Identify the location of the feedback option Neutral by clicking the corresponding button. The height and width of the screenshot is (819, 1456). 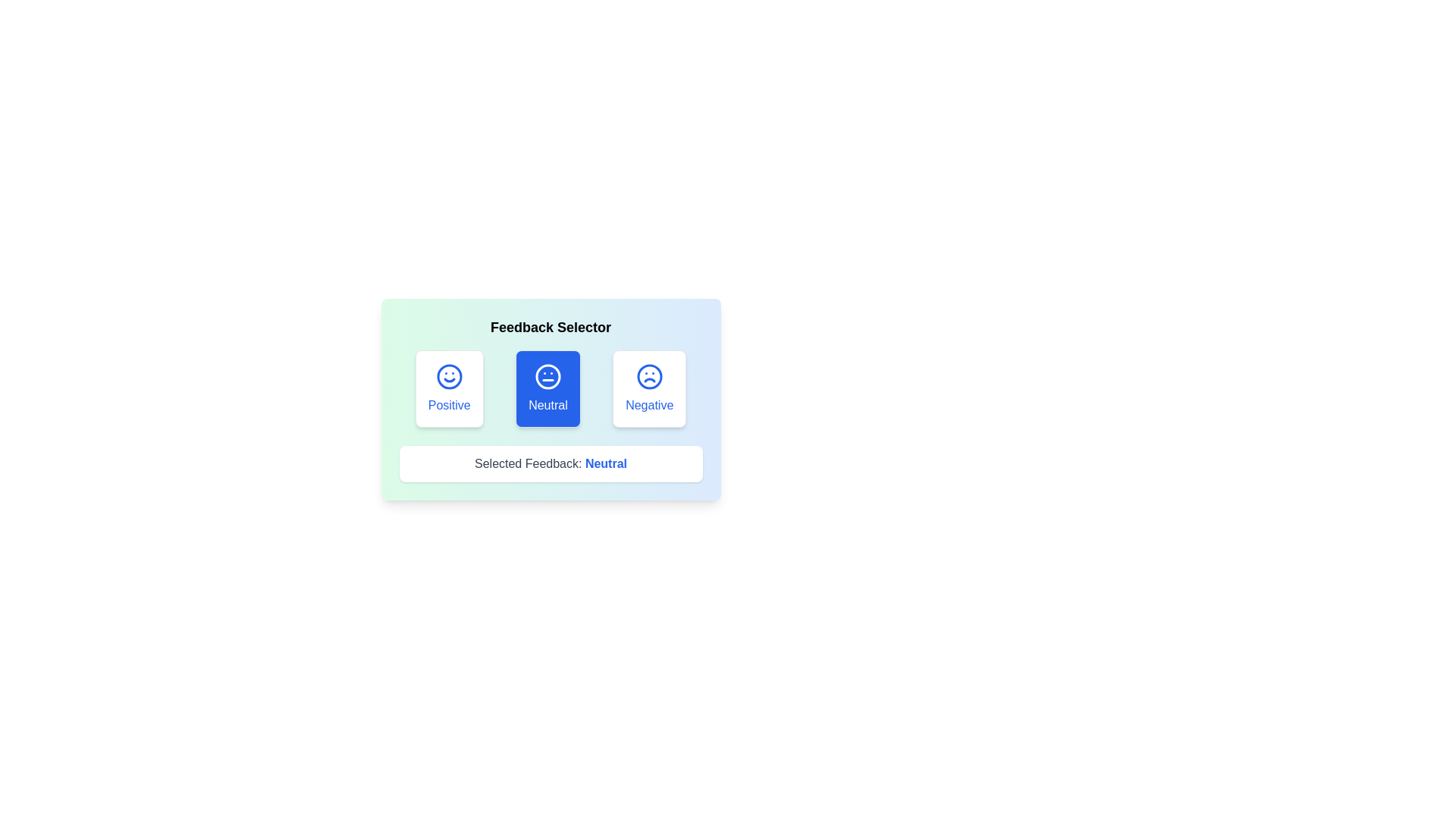
(548, 388).